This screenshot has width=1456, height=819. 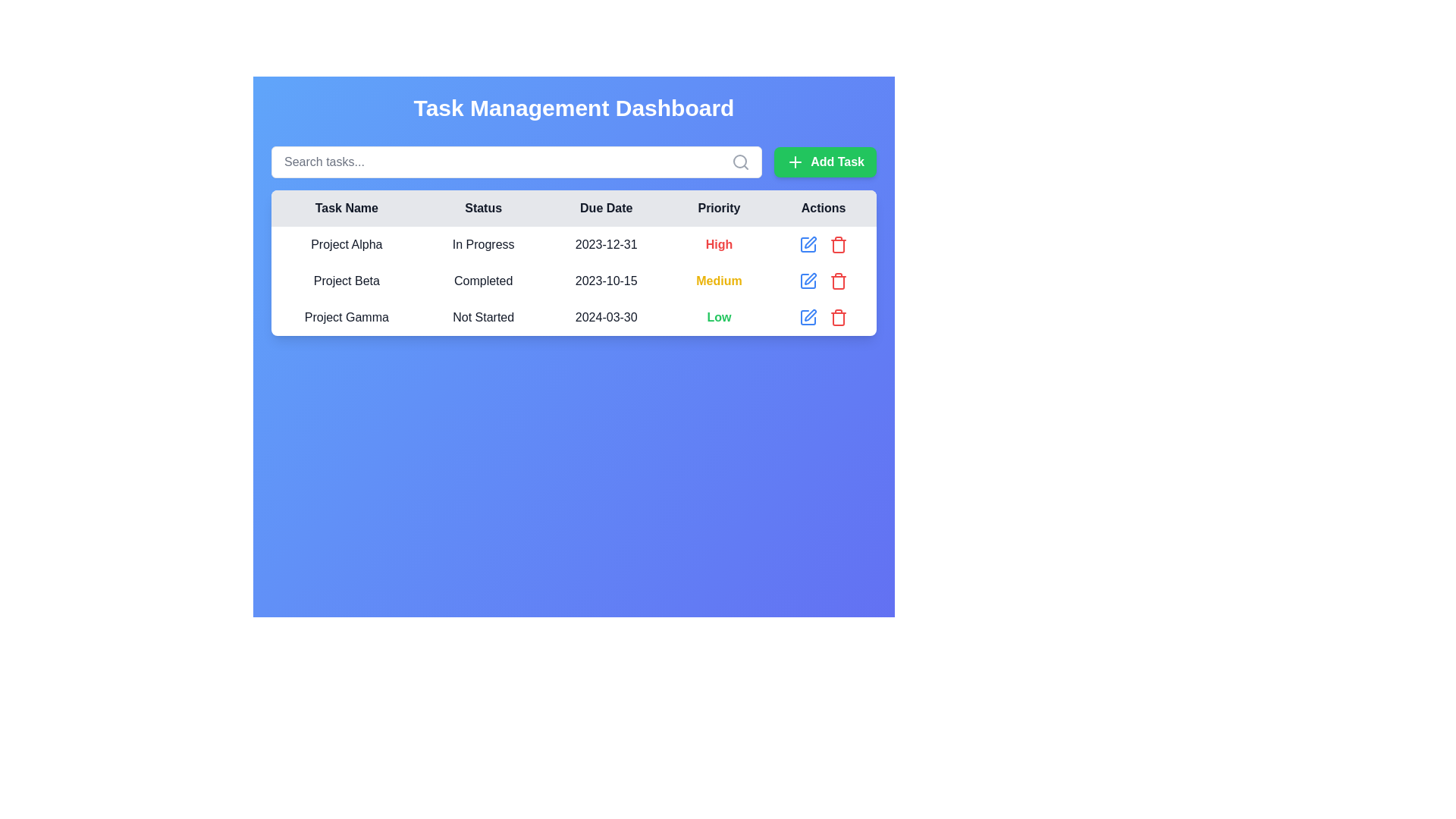 What do you see at coordinates (810, 315) in the screenshot?
I see `the edit icon located in the bottommost row of the table under the 'Actions' column to initiate the edit functionality` at bounding box center [810, 315].